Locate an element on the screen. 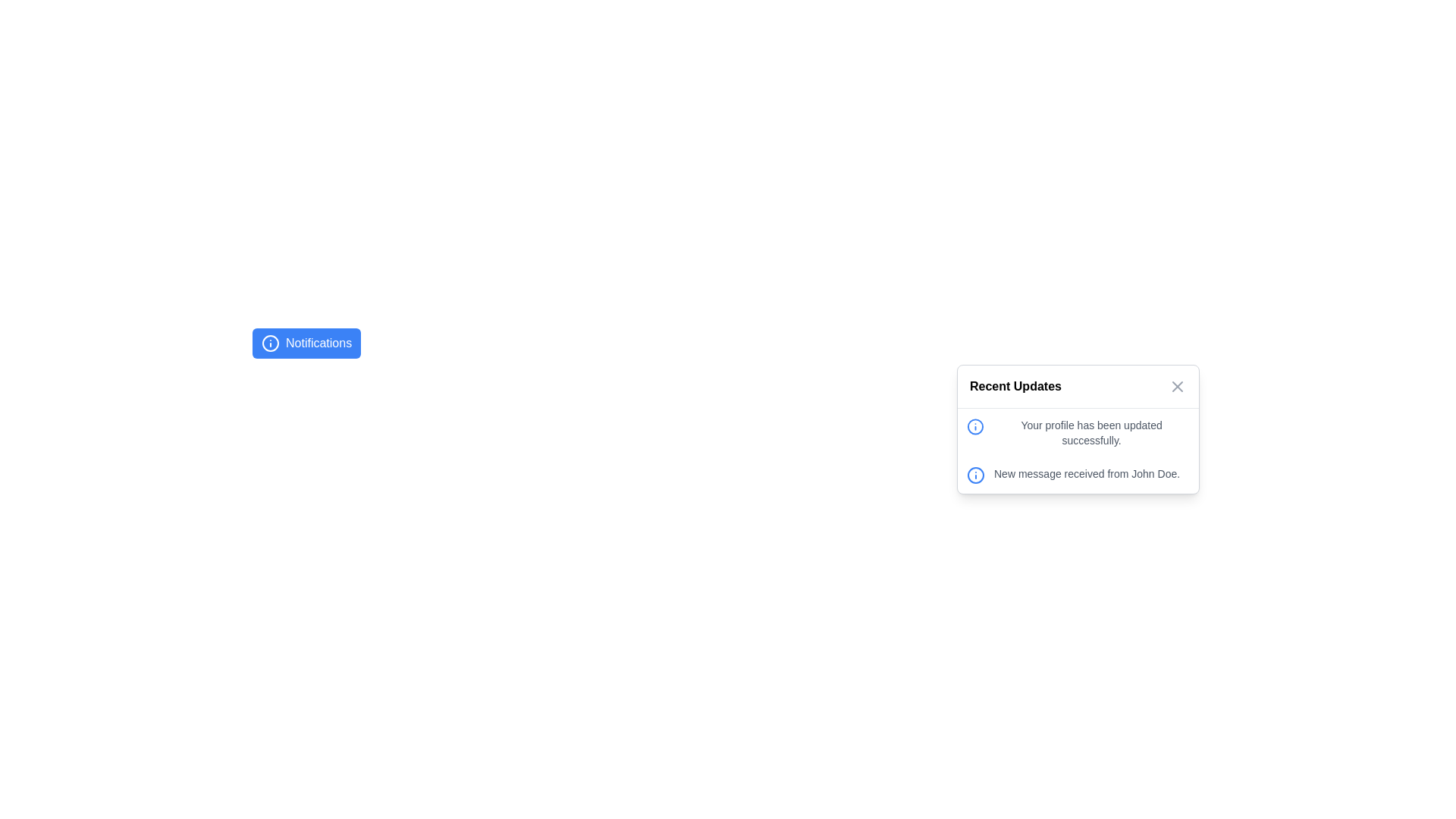  the Text block with an icon that informs the user about a new message from John Doe, located under the 'Recent Updates' header is located at coordinates (1077, 475).